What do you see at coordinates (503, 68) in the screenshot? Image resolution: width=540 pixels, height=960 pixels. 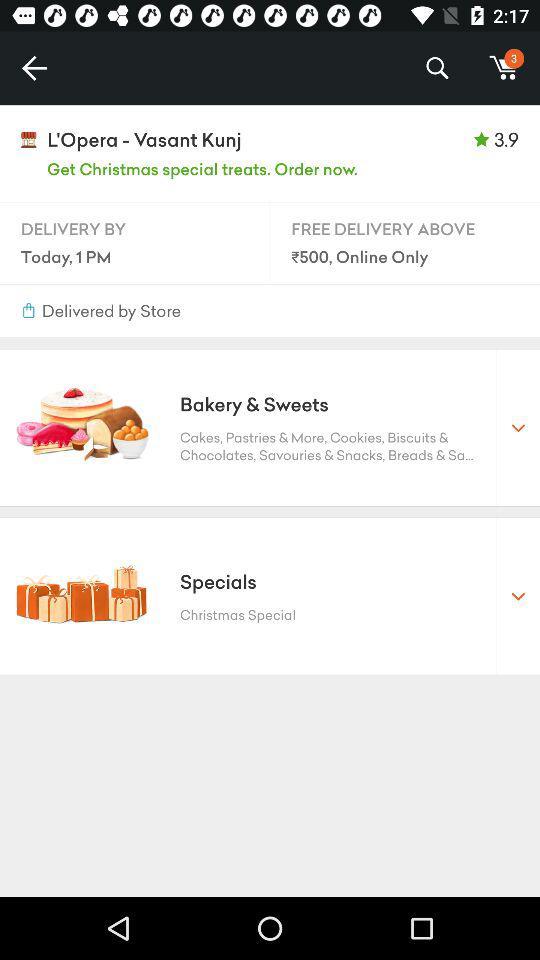 I see `icon next to the %` at bounding box center [503, 68].